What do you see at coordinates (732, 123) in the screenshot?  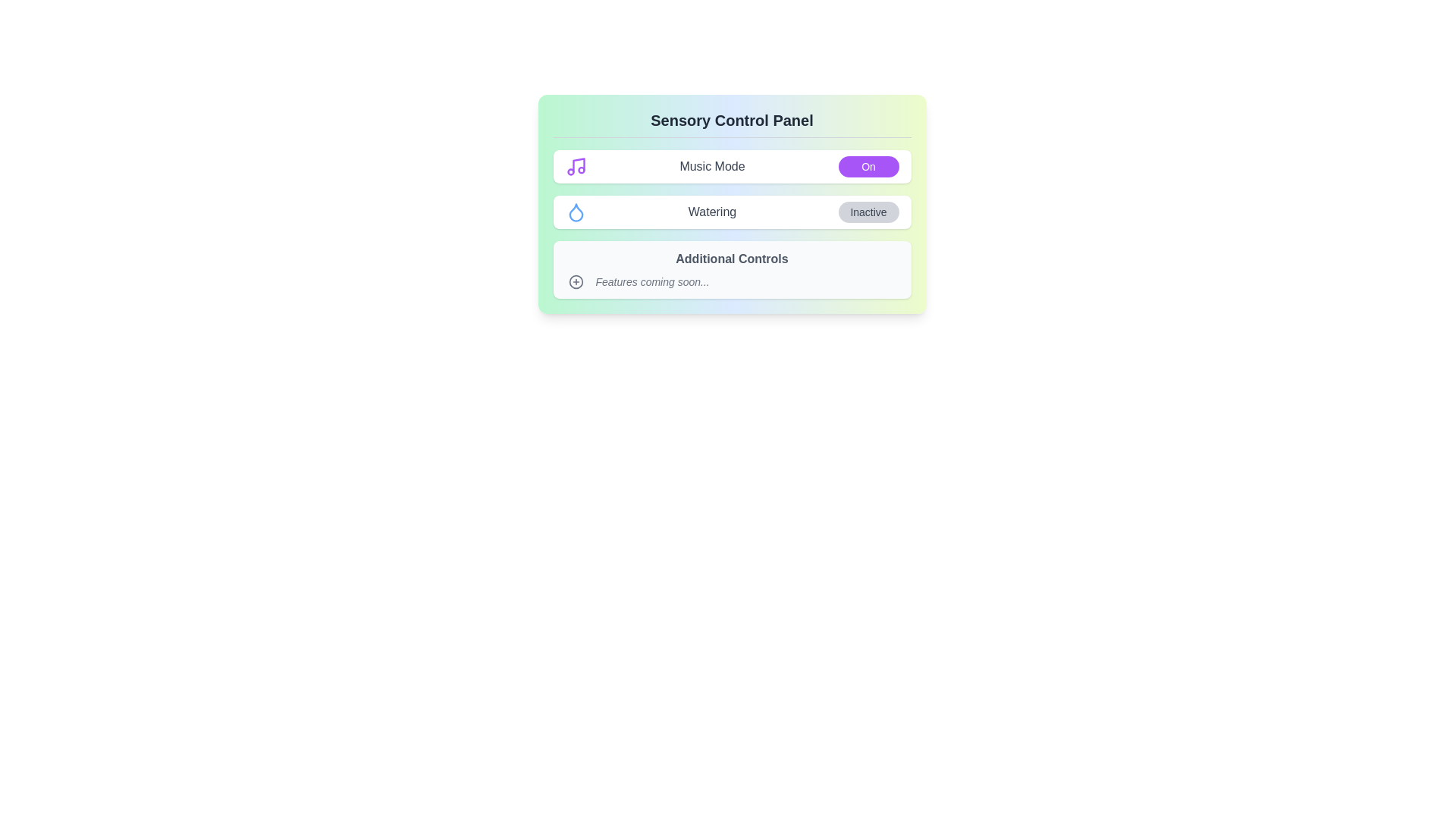 I see `text content of the header displaying 'Sensory Control Panel', which is a bold, large, dark gray text aligned centrally and underlined` at bounding box center [732, 123].